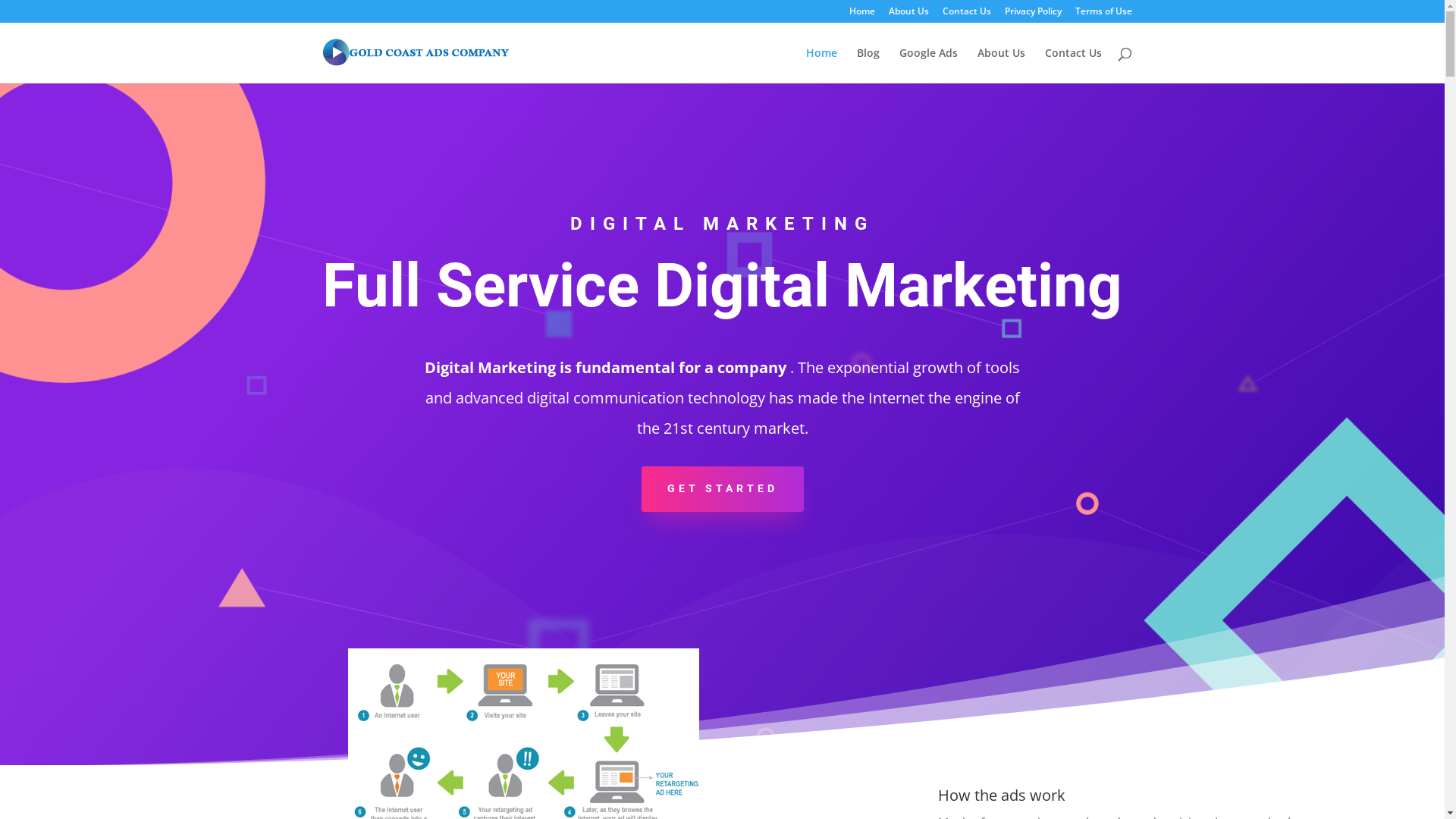 This screenshot has height=819, width=1456. I want to click on 'GET STARTED', so click(722, 488).